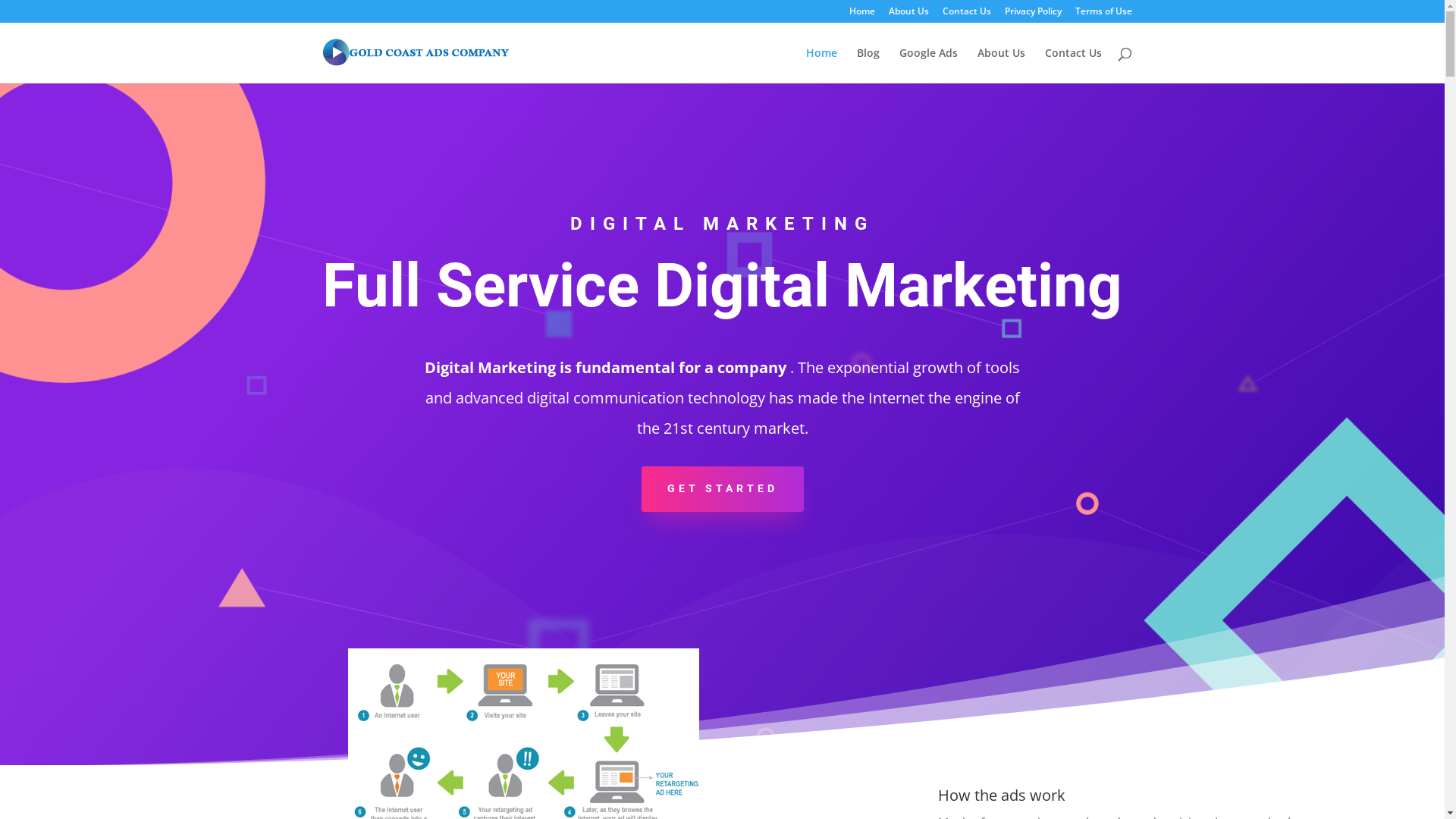 This screenshot has height=819, width=1456. I want to click on 'GET STARTED', so click(722, 488).